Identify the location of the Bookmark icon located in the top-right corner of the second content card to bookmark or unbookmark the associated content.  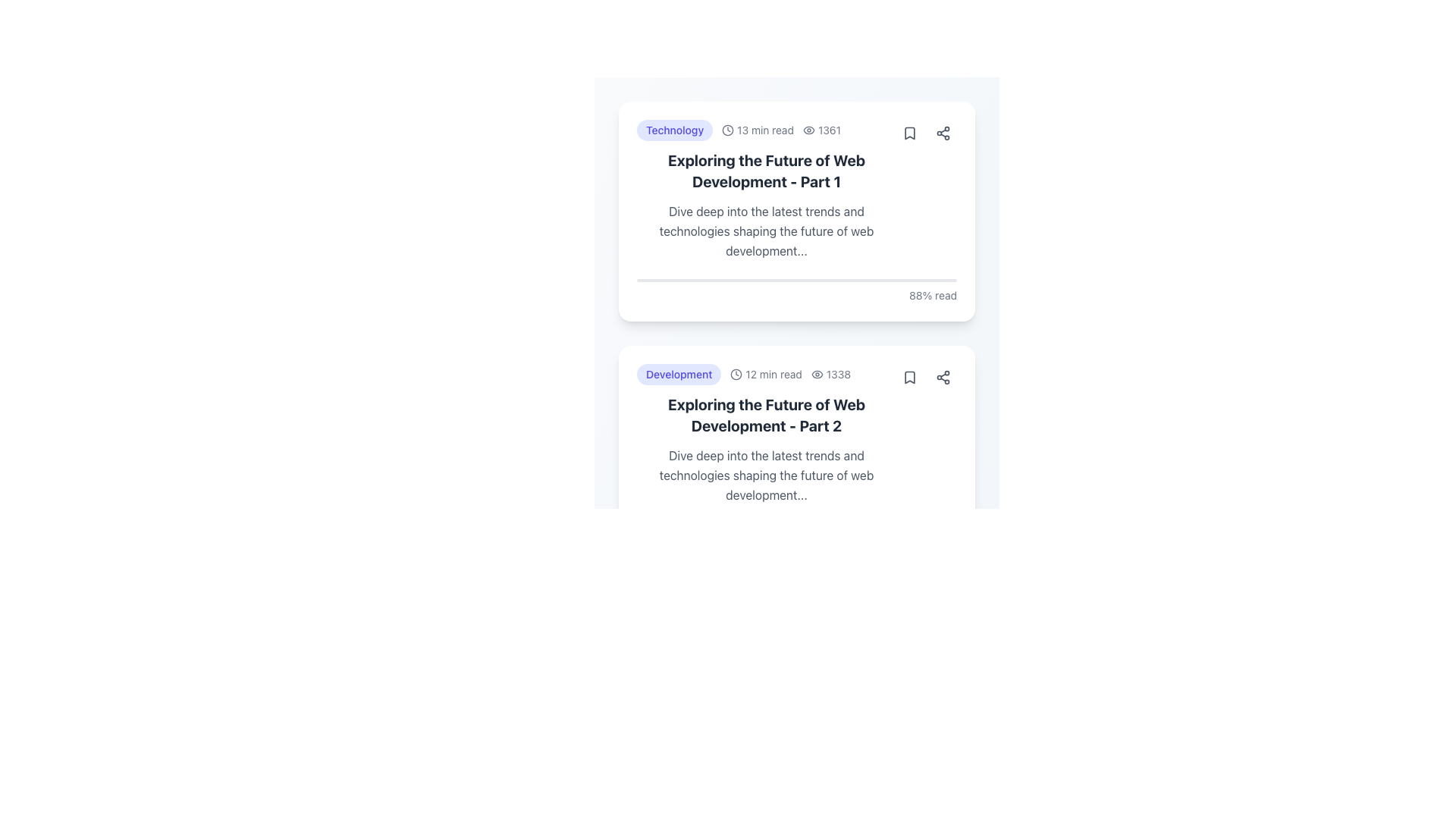
(910, 376).